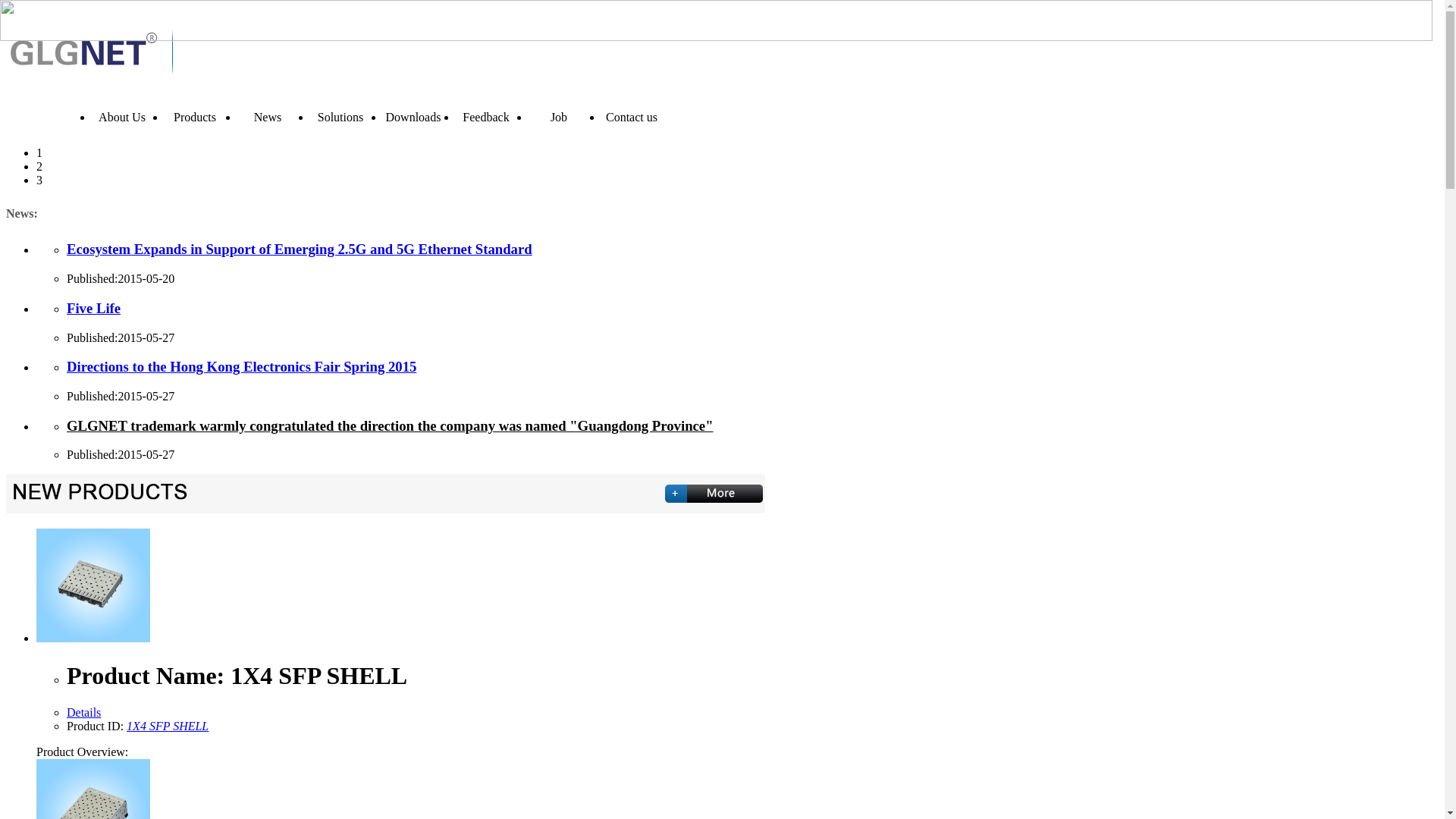  I want to click on 'Products', so click(194, 116).